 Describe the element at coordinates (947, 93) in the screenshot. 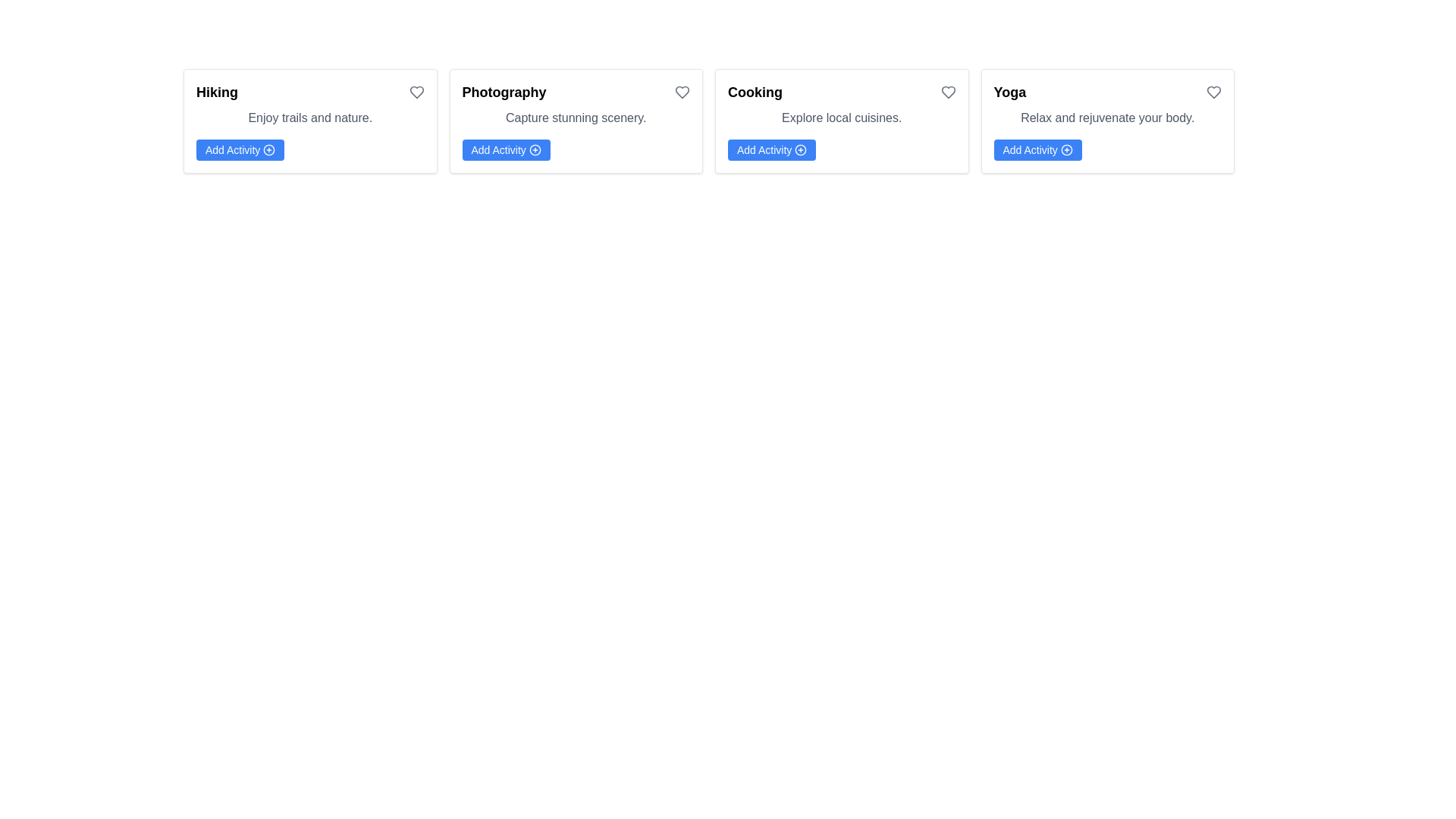

I see `the hollow heart-shaped icon in the top-right corner of the 'Cooking' activity card` at that location.